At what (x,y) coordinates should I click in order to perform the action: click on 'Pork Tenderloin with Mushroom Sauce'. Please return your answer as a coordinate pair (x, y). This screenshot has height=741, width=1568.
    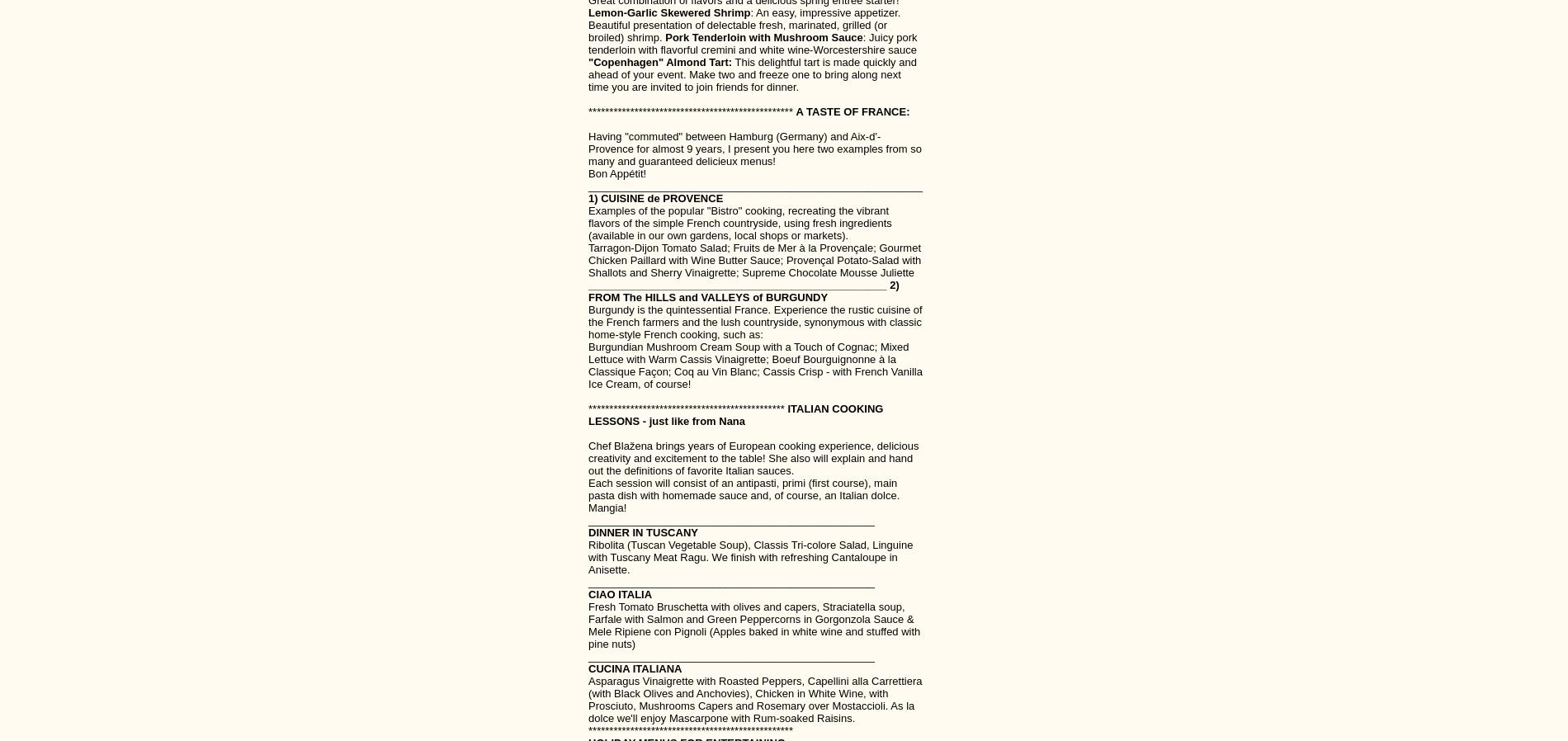
    Looking at the image, I should click on (763, 36).